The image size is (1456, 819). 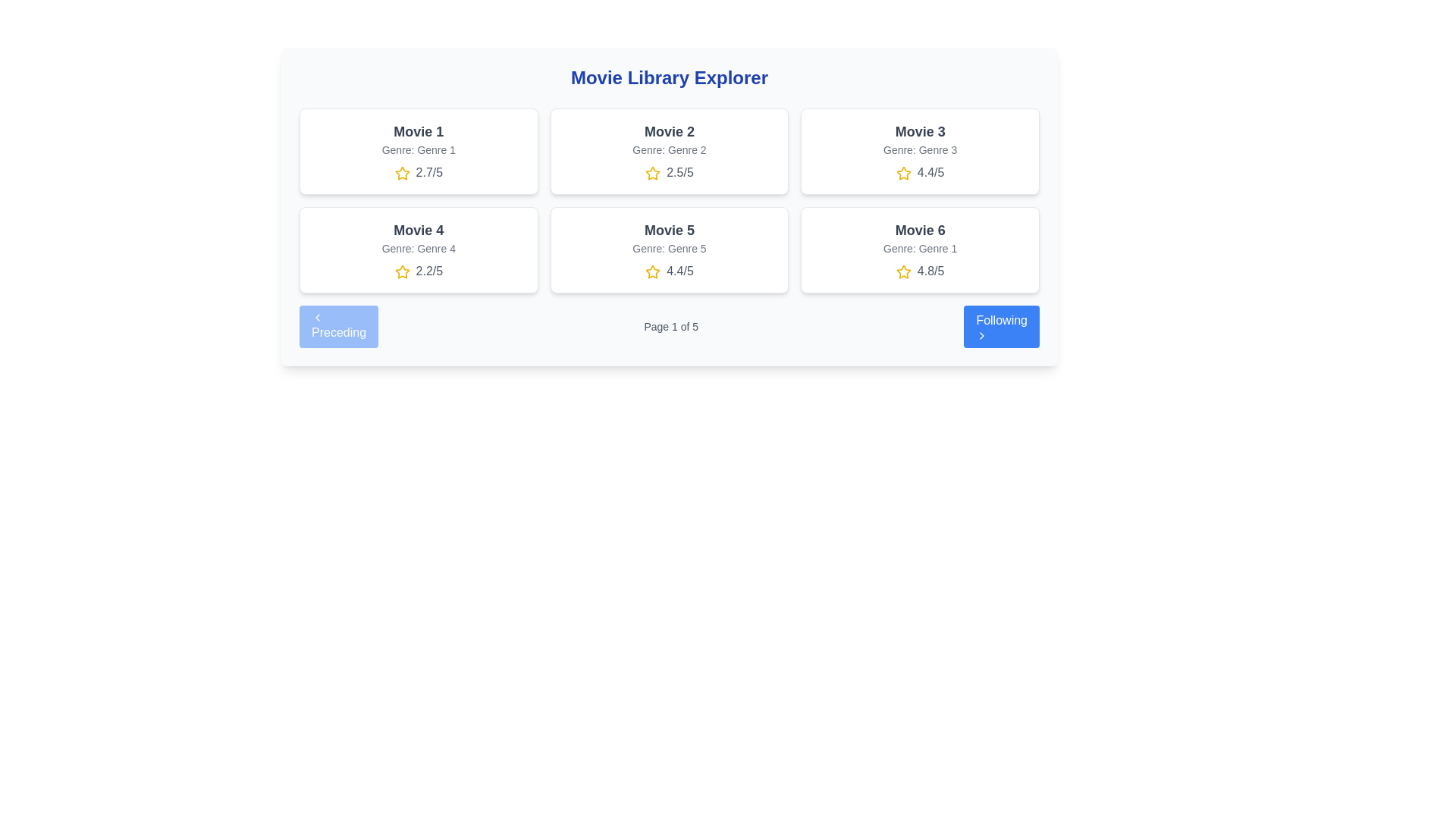 I want to click on the text label displaying the rating '4.8/5' located in the bottom-right corner of the 'Movie Library Explorer' interface, adjacent to the yellow star icon in the 'Movie 6' rating section, so click(x=930, y=270).